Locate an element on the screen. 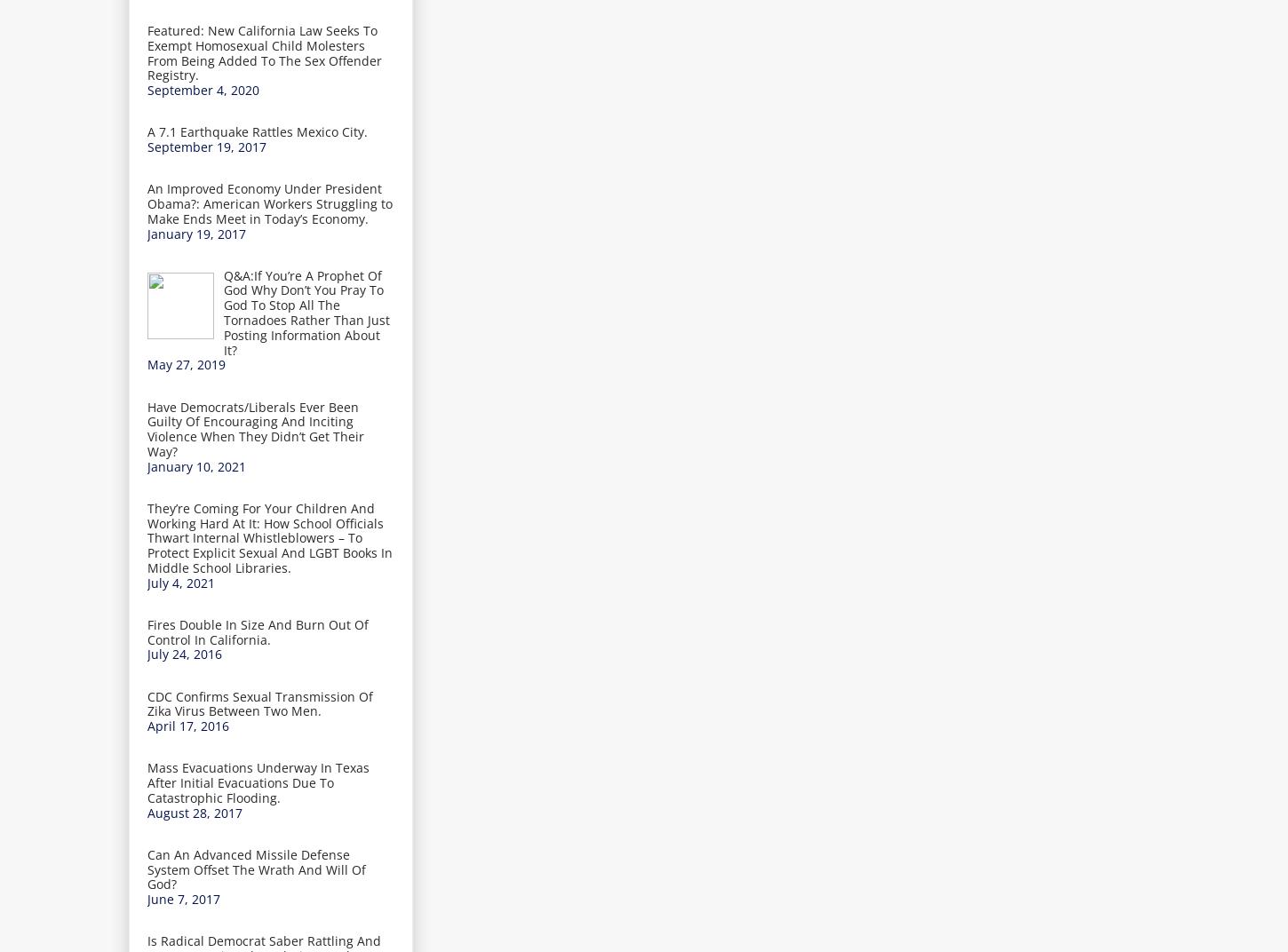  'They’re Coming For Your Children And Working Hard At It: How School Officials Thwart Internal Whistleblowers – To Protect Explicit Sexual And LGBT Books In Middle School Libraries.' is located at coordinates (270, 537).